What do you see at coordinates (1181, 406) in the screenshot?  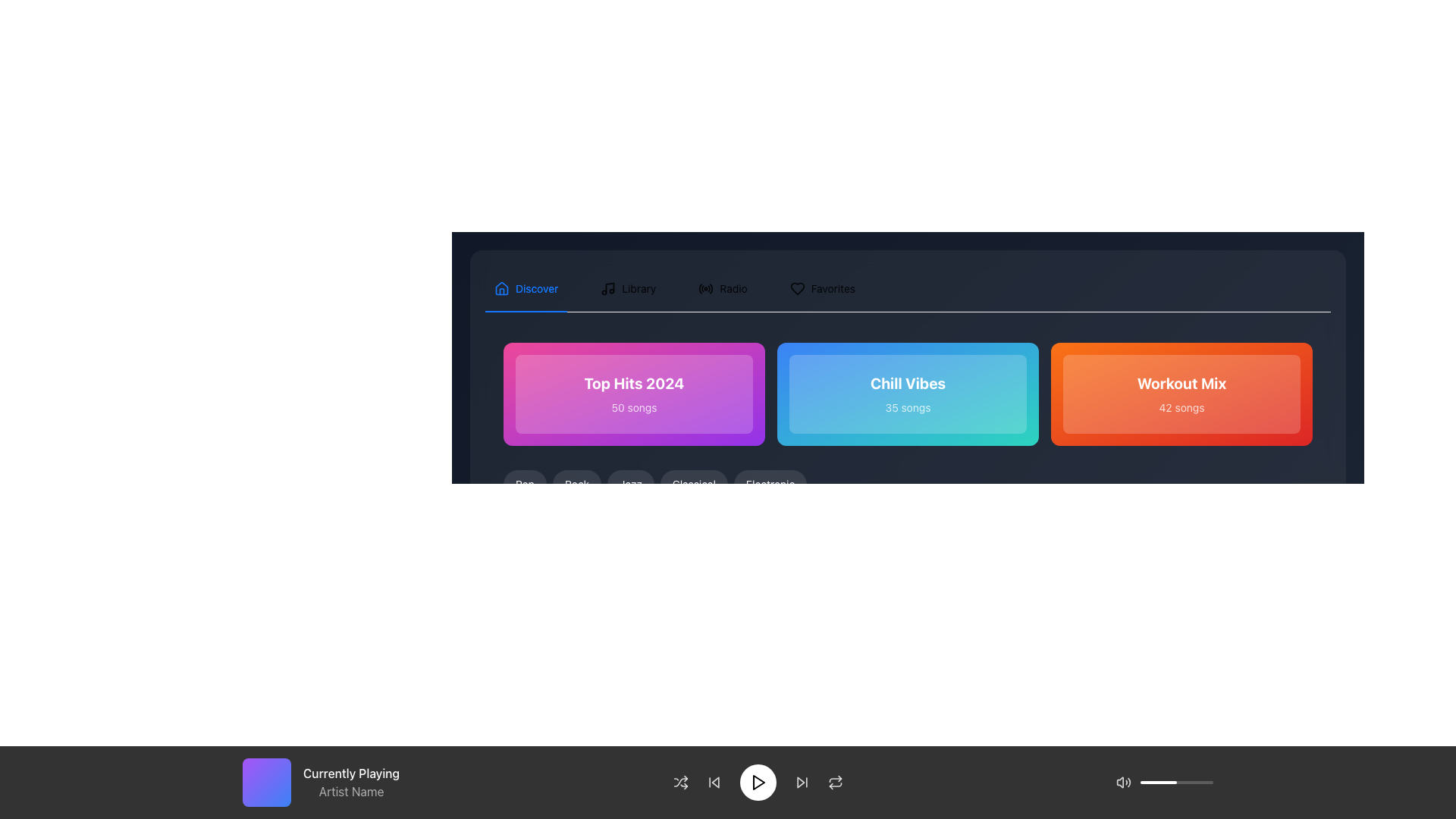 I see `the static text that informs users about the number of songs in the 'Workout Mix' playlist, which is centered horizontally below the 'Workout Mix' text` at bounding box center [1181, 406].